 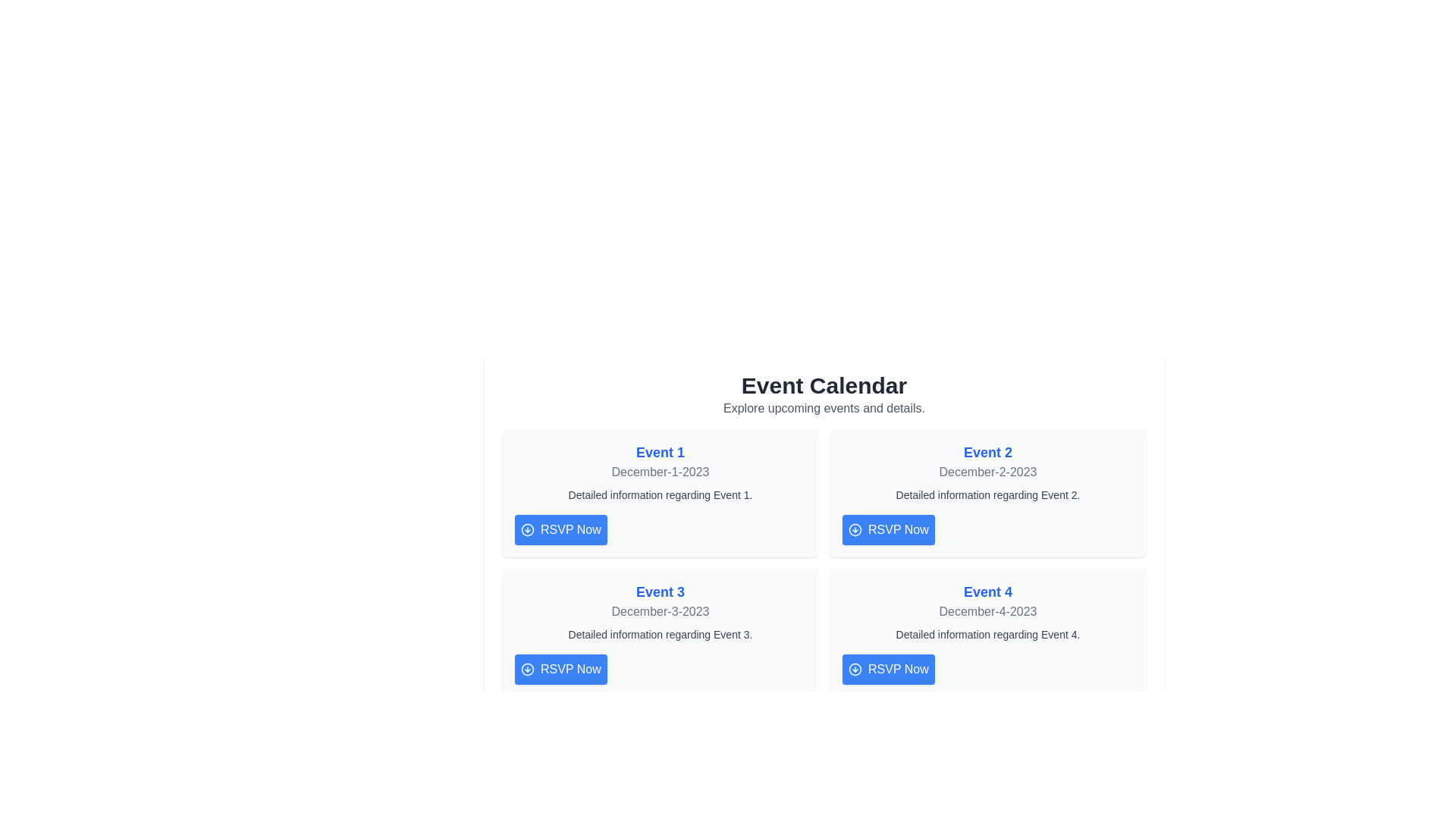 What do you see at coordinates (660, 610) in the screenshot?
I see `the Text Label displaying 'December-3-2023' in gray font, which is located in the second line of the event card labeled 'Event 3'` at bounding box center [660, 610].